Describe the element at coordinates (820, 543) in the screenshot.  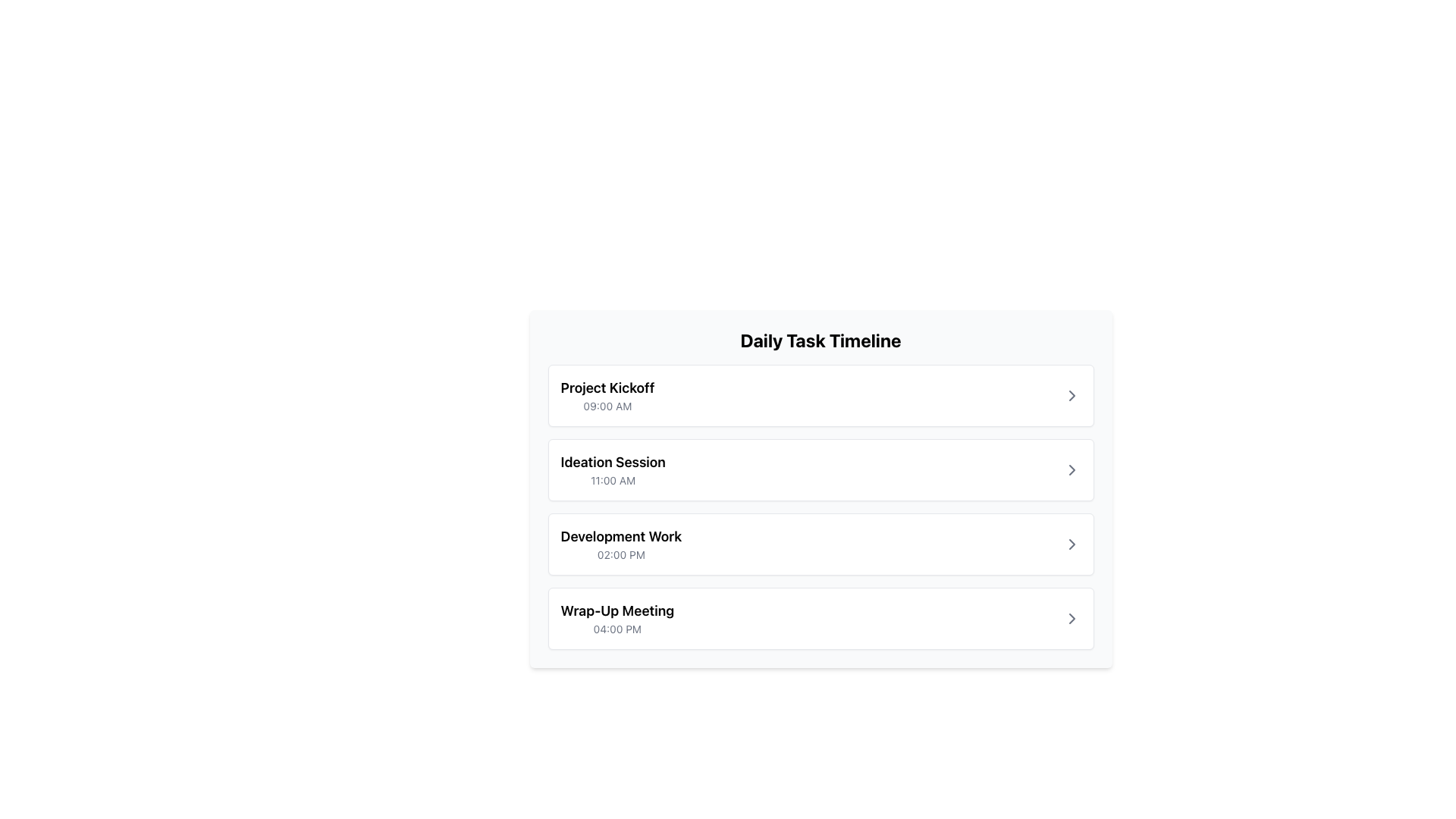
I see `the third task entry in the Daily Task Timeline` at that location.